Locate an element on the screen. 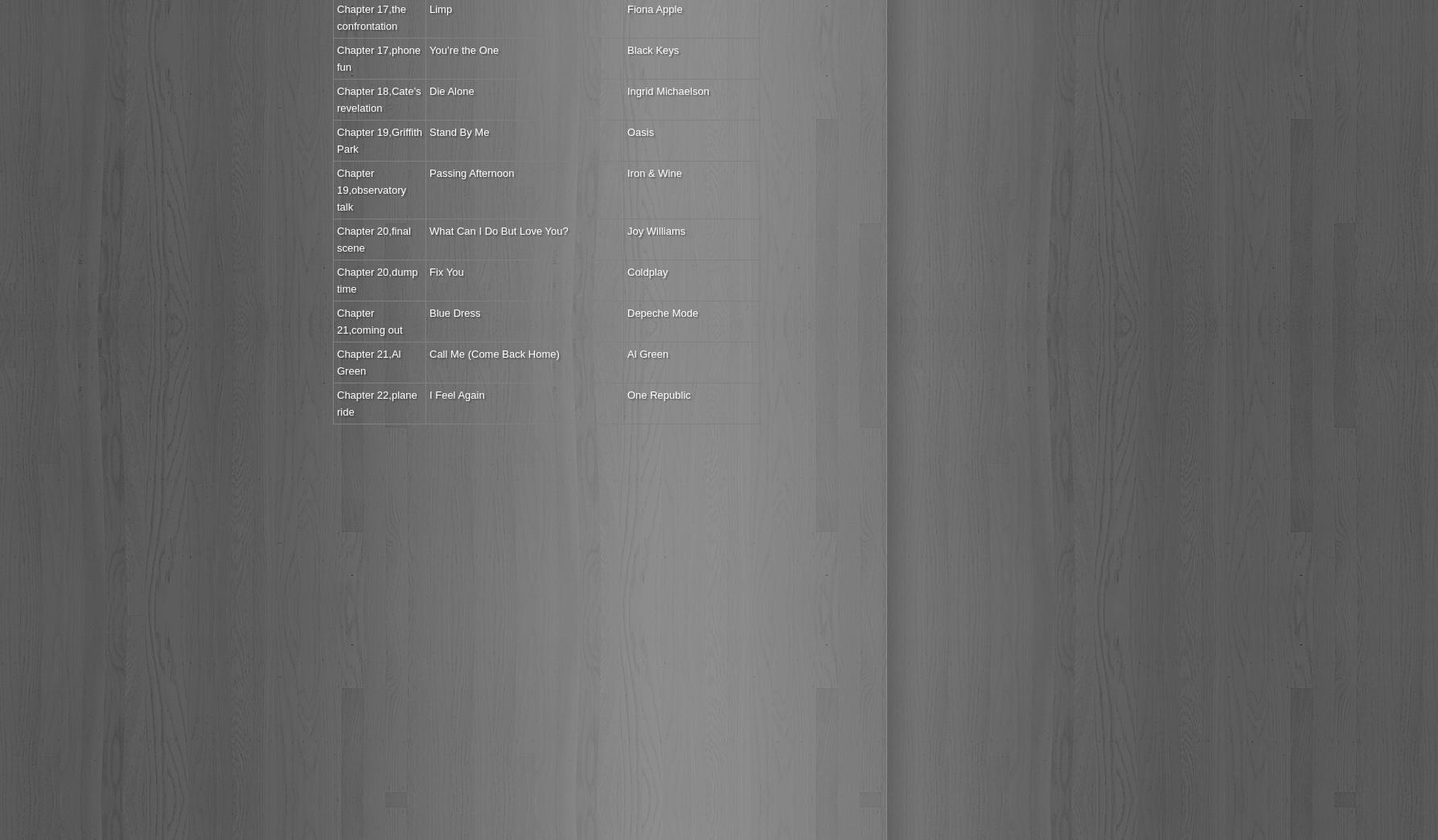 This screenshot has height=840, width=1438. 'Black Keys' is located at coordinates (651, 50).